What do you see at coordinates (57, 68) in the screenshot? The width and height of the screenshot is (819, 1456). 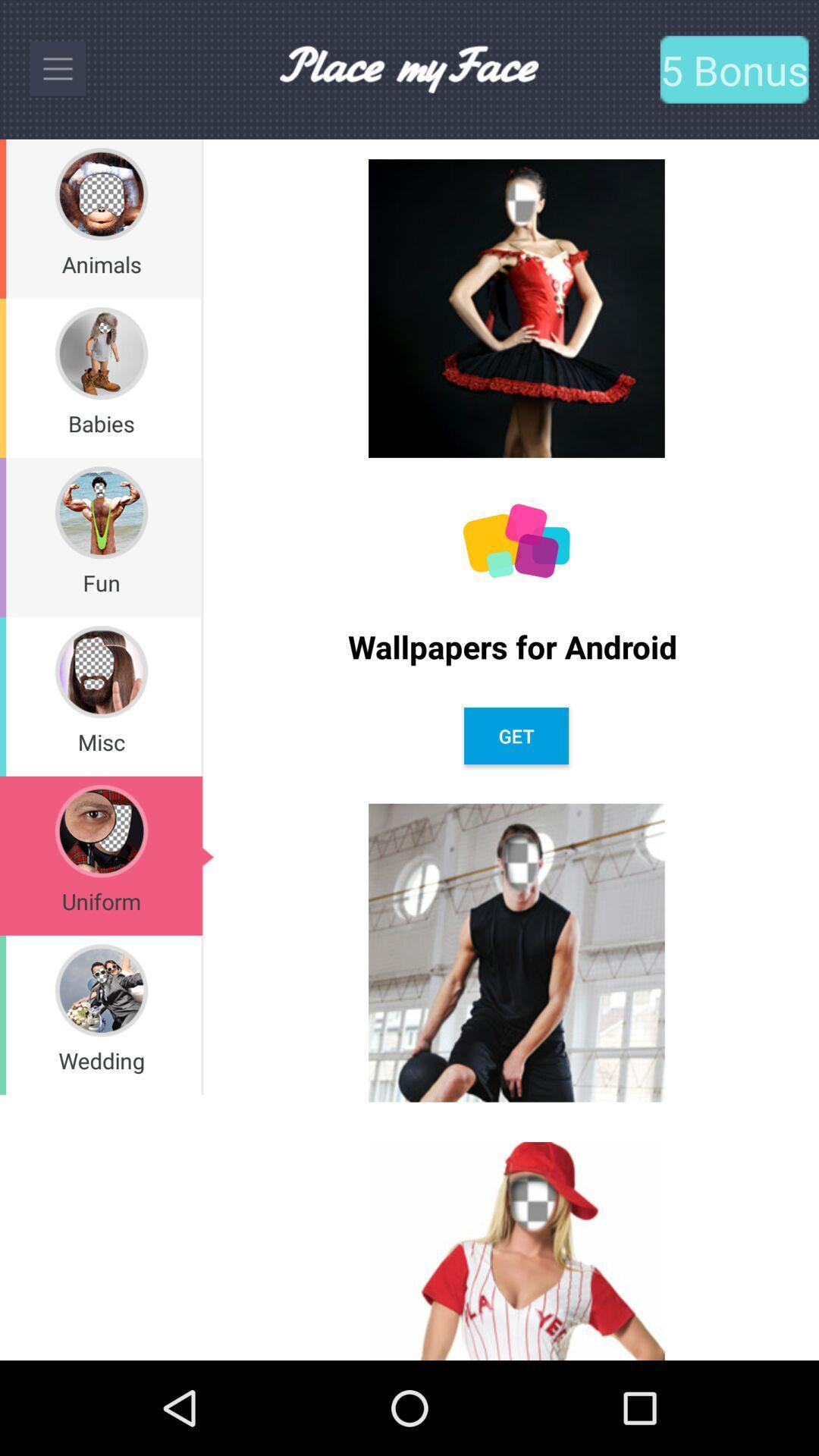 I see `to options switch to menu` at bounding box center [57, 68].